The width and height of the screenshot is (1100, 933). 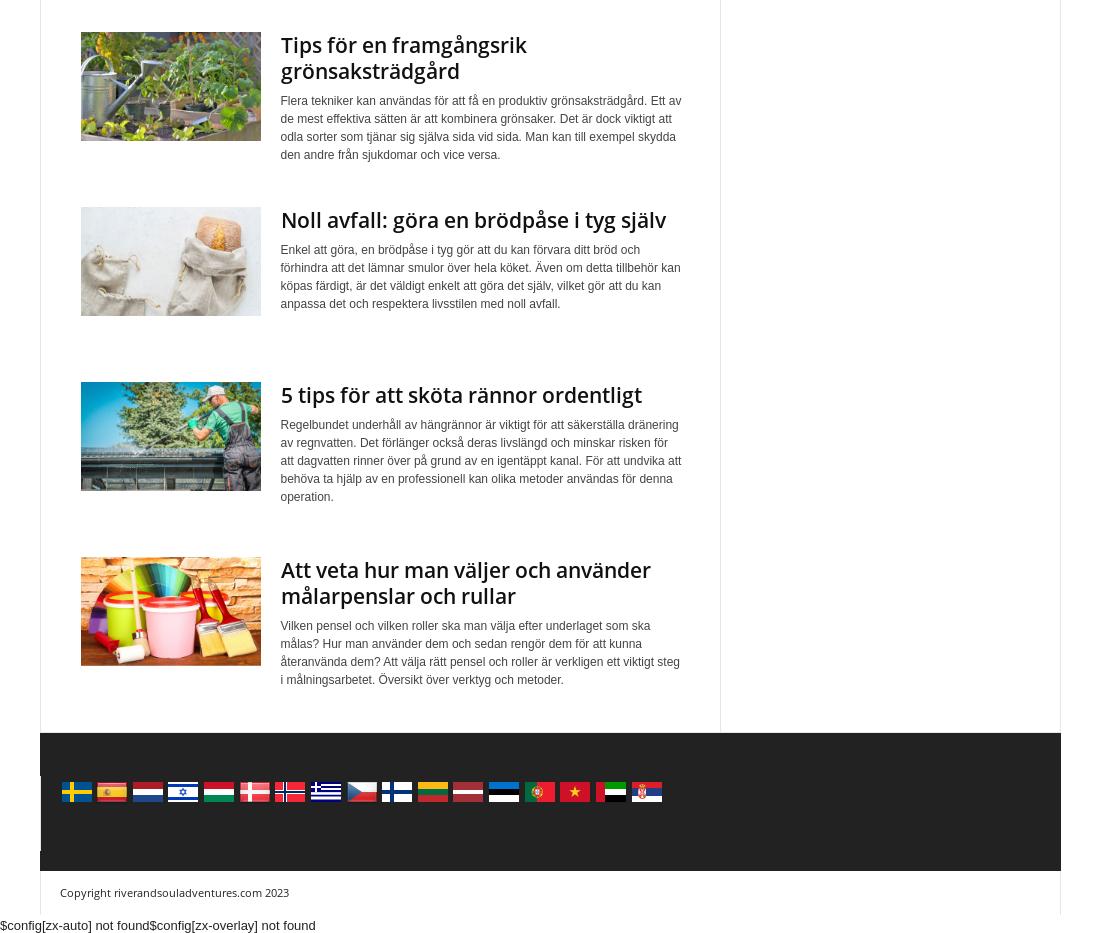 What do you see at coordinates (479, 277) in the screenshot?
I see `'Enkel att göra, en brödpåse i tyg gör att du kan förvara ditt bröd och förhindra att det lämnar smulor över hela köket. Även om detta tillbehör kan köpas färdigt, är det väldigt enkelt att göra det själv, vilket gör att du kan anpassa det och respektera livsstilen med noll avfall.'` at bounding box center [479, 277].